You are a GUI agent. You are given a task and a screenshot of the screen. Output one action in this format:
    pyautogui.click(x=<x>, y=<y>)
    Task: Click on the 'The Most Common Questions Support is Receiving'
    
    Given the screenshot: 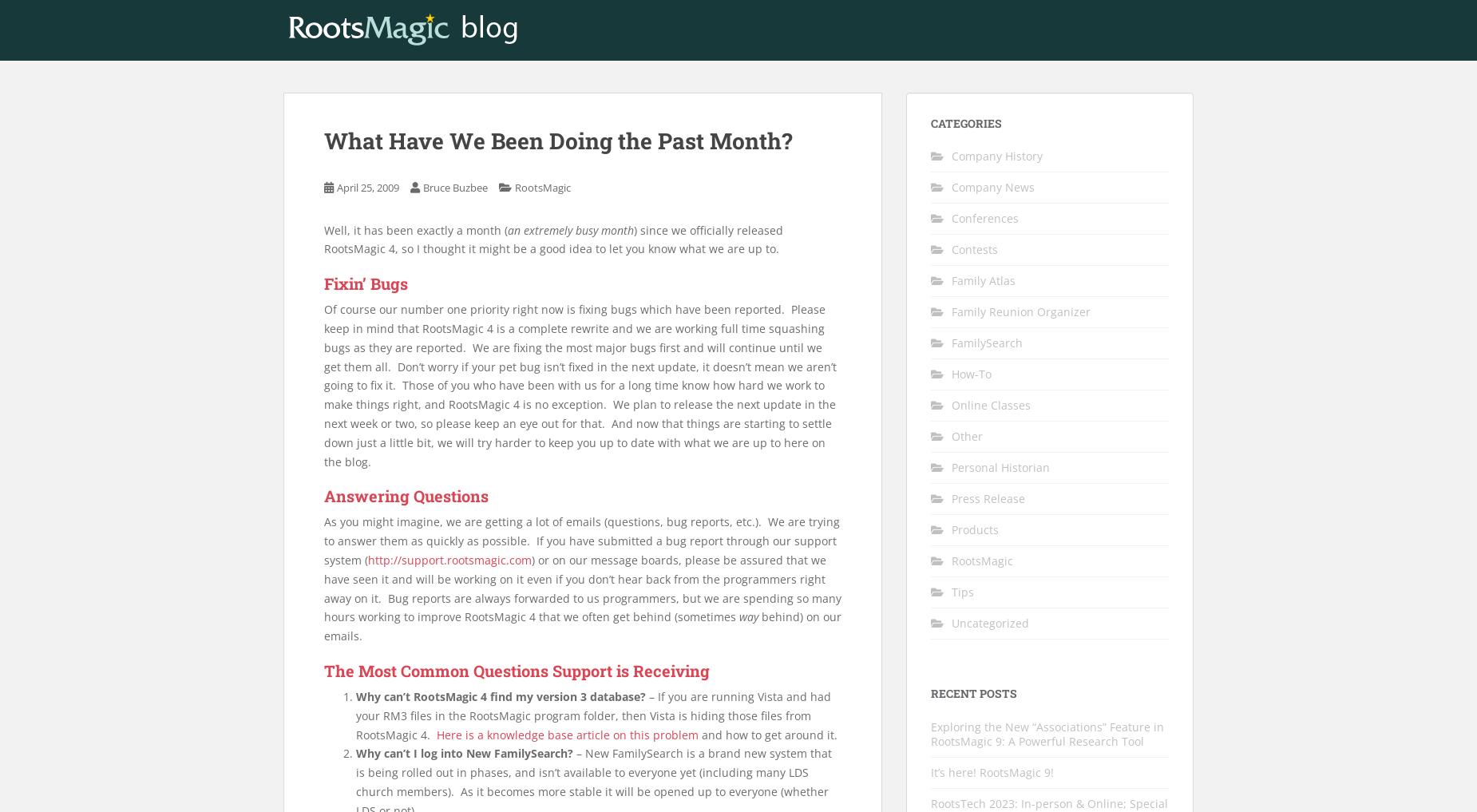 What is the action you would take?
    pyautogui.click(x=517, y=669)
    